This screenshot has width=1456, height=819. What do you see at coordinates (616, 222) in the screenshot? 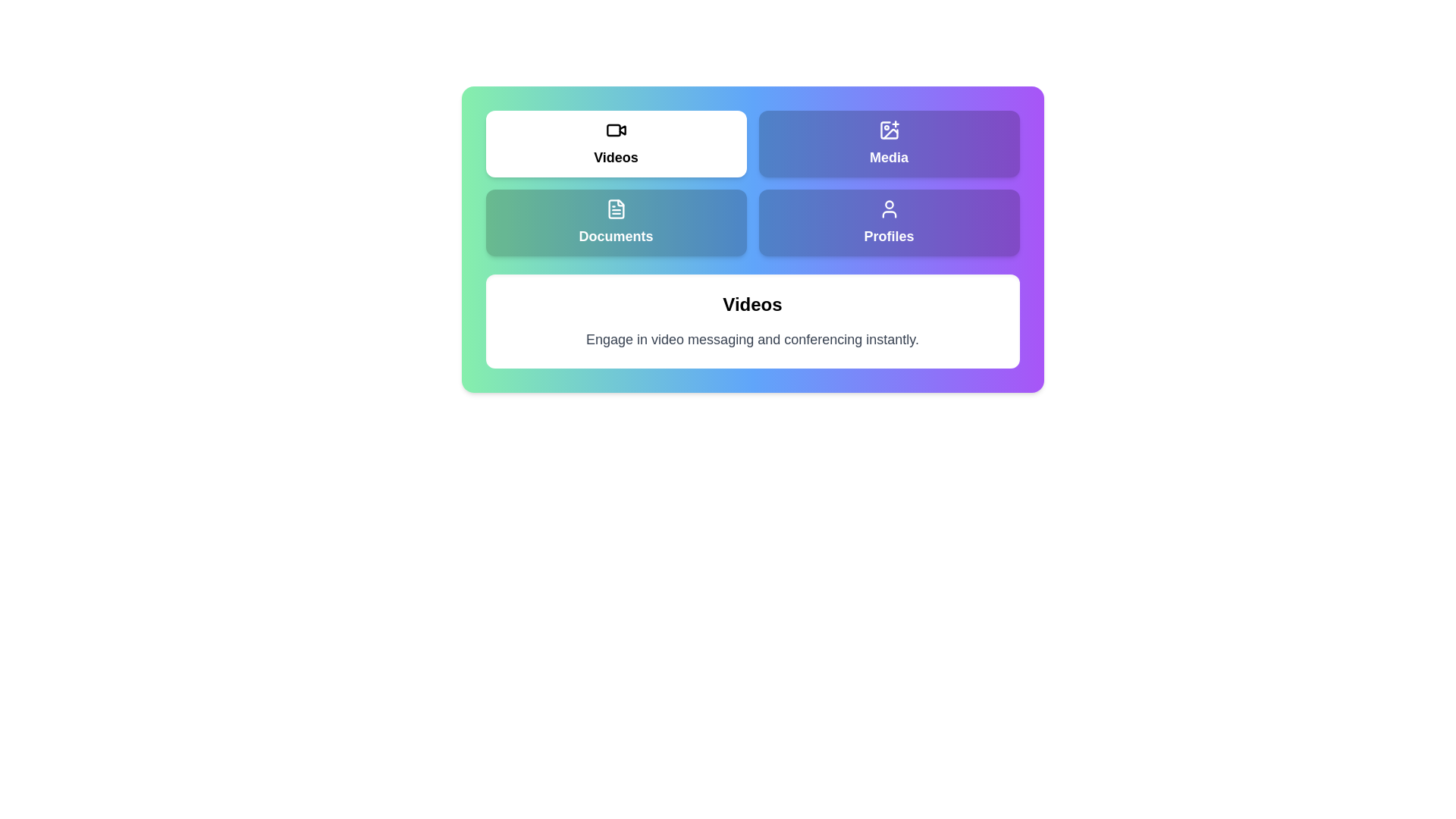
I see `the Documents tab to view its content` at bounding box center [616, 222].